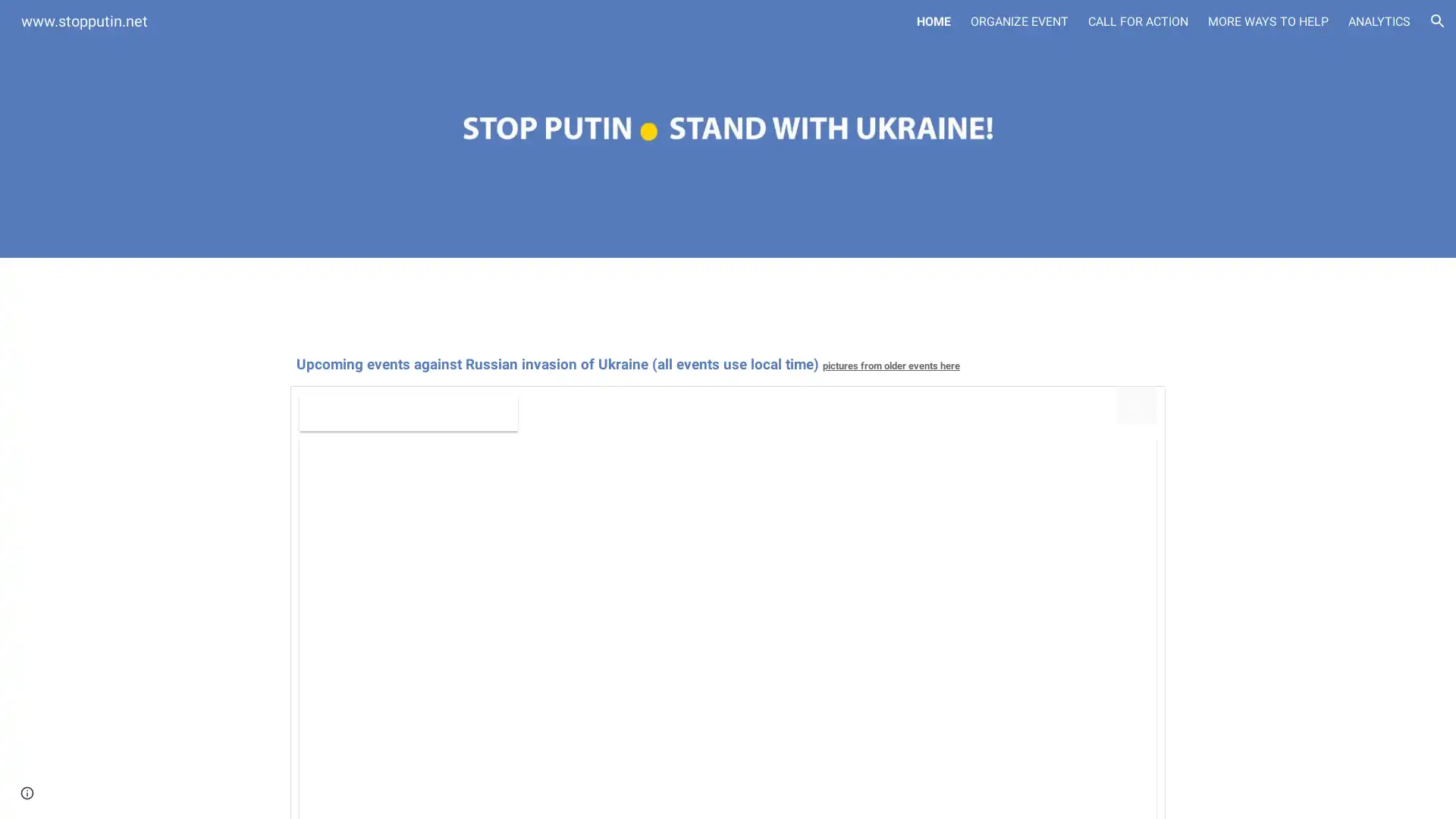  What do you see at coordinates (597, 28) in the screenshot?
I see `Skip to main content` at bounding box center [597, 28].